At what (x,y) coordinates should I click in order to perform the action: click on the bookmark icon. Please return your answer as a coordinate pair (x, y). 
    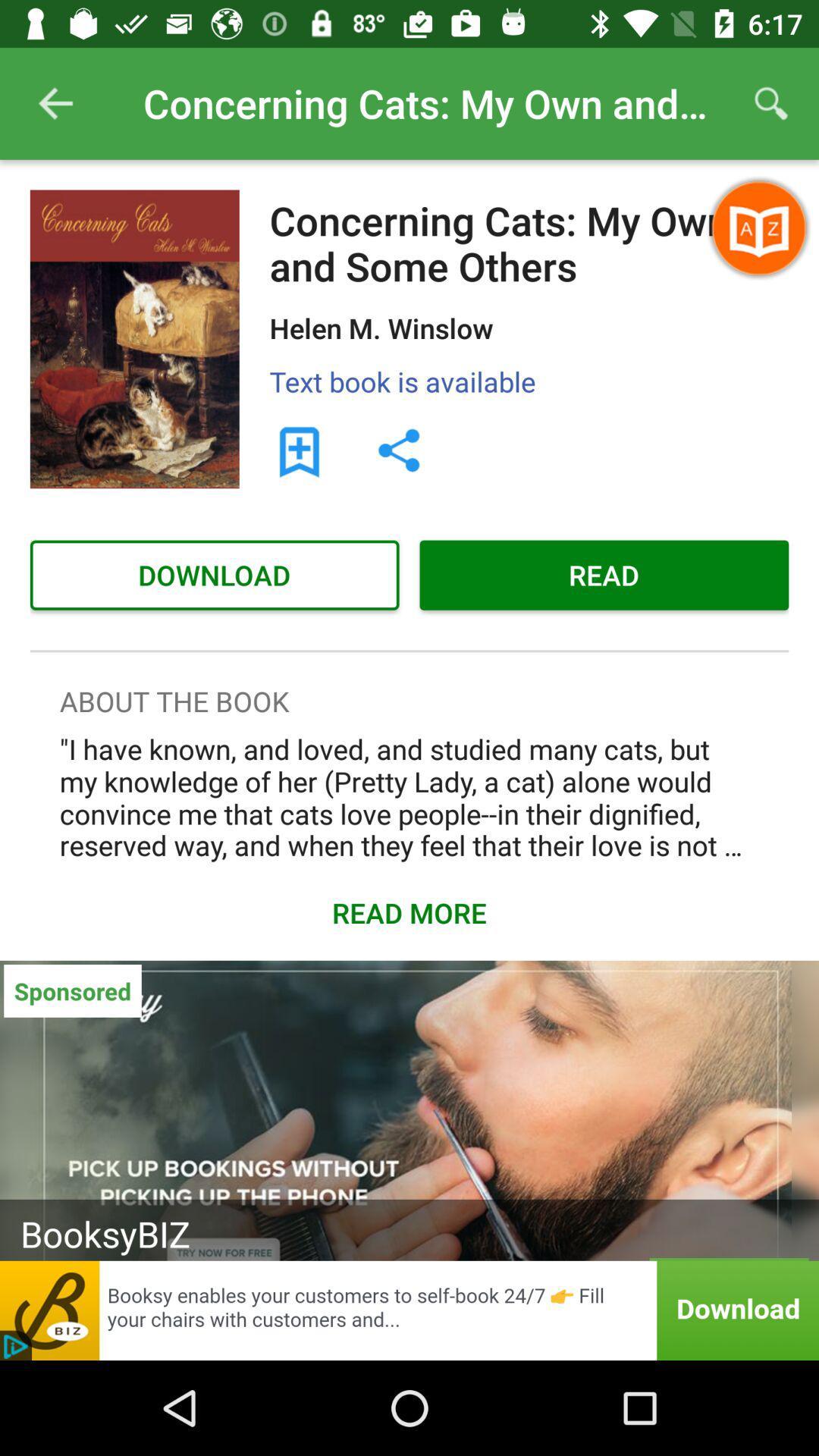
    Looking at the image, I should click on (318, 460).